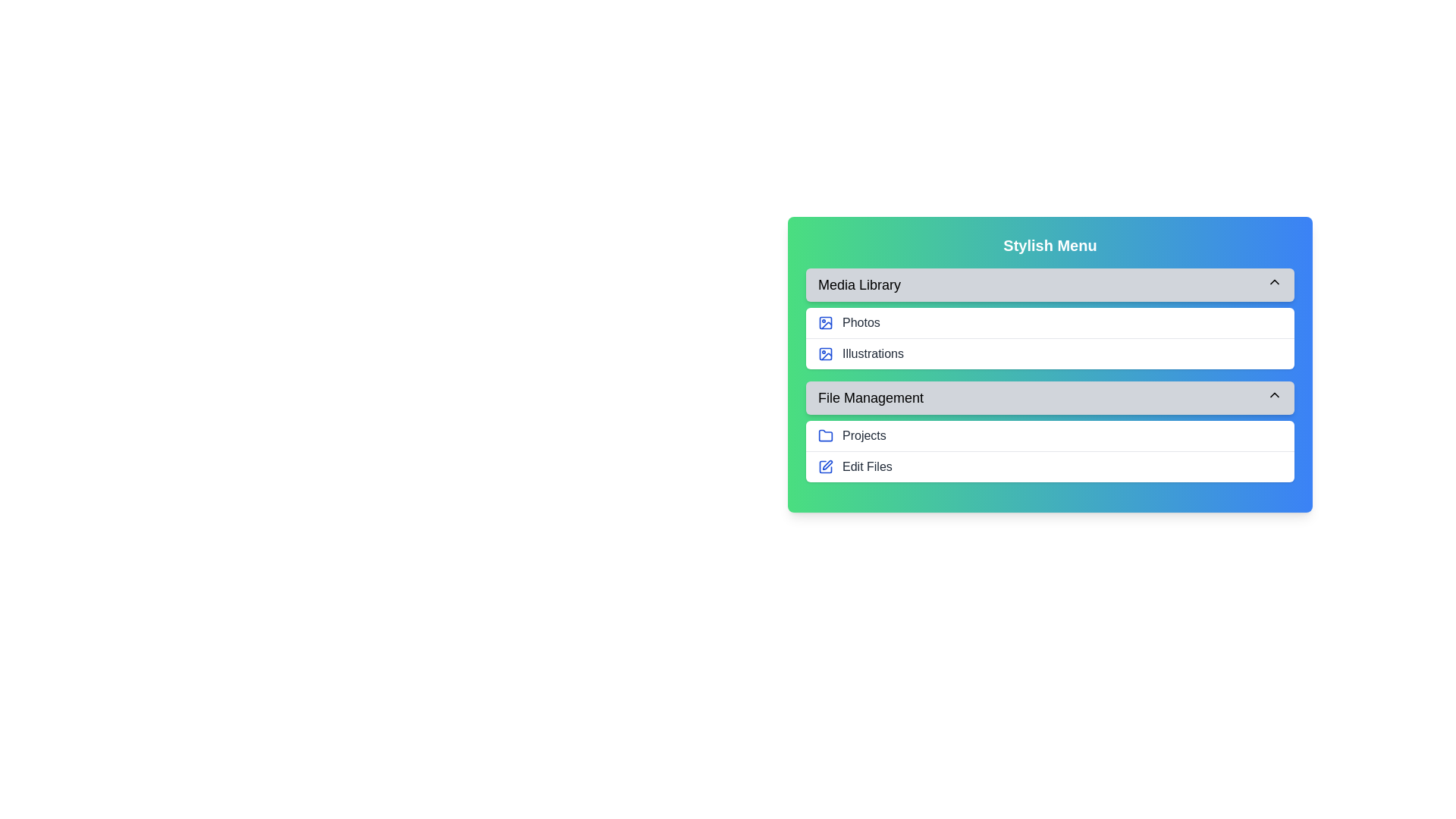 This screenshot has width=1456, height=819. I want to click on the 'Photos' icon, so click(825, 322).